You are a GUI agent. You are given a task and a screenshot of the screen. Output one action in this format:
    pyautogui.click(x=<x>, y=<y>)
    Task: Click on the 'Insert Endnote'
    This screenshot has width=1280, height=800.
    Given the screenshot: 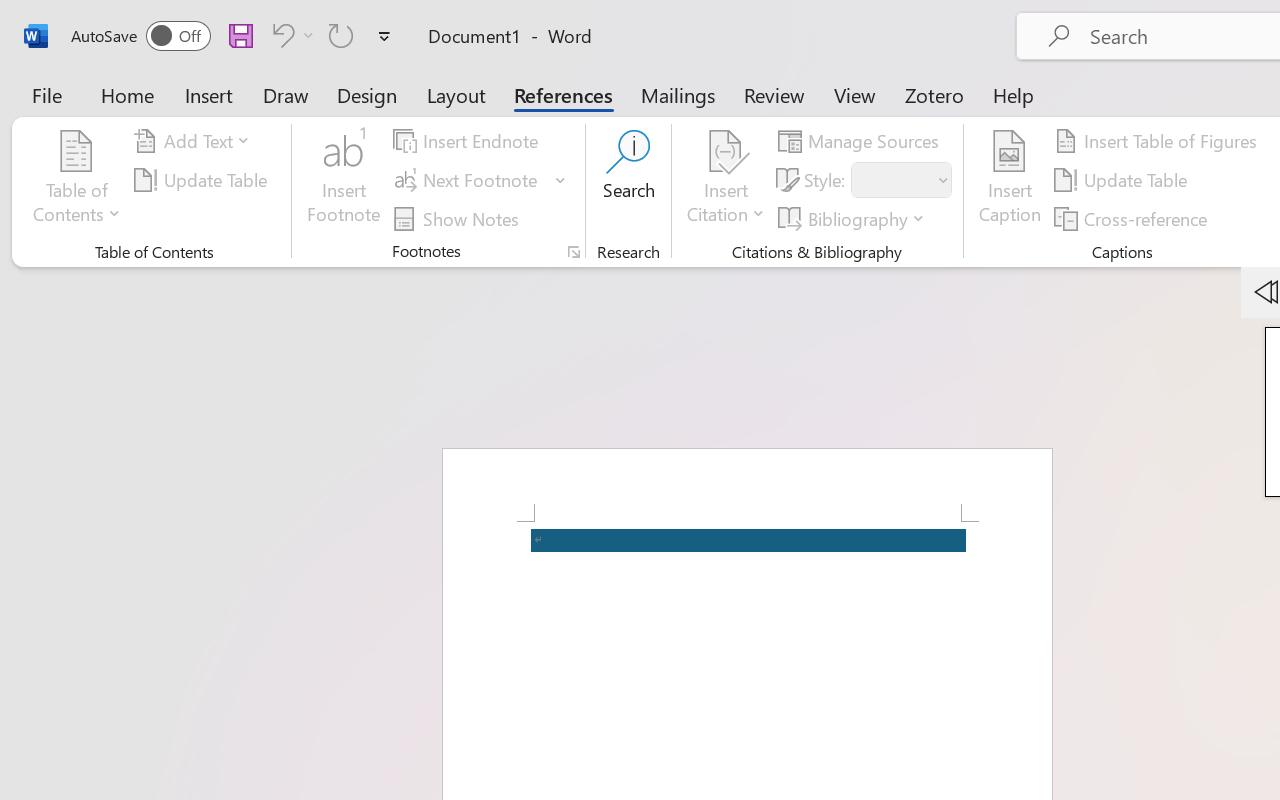 What is the action you would take?
    pyautogui.click(x=467, y=141)
    